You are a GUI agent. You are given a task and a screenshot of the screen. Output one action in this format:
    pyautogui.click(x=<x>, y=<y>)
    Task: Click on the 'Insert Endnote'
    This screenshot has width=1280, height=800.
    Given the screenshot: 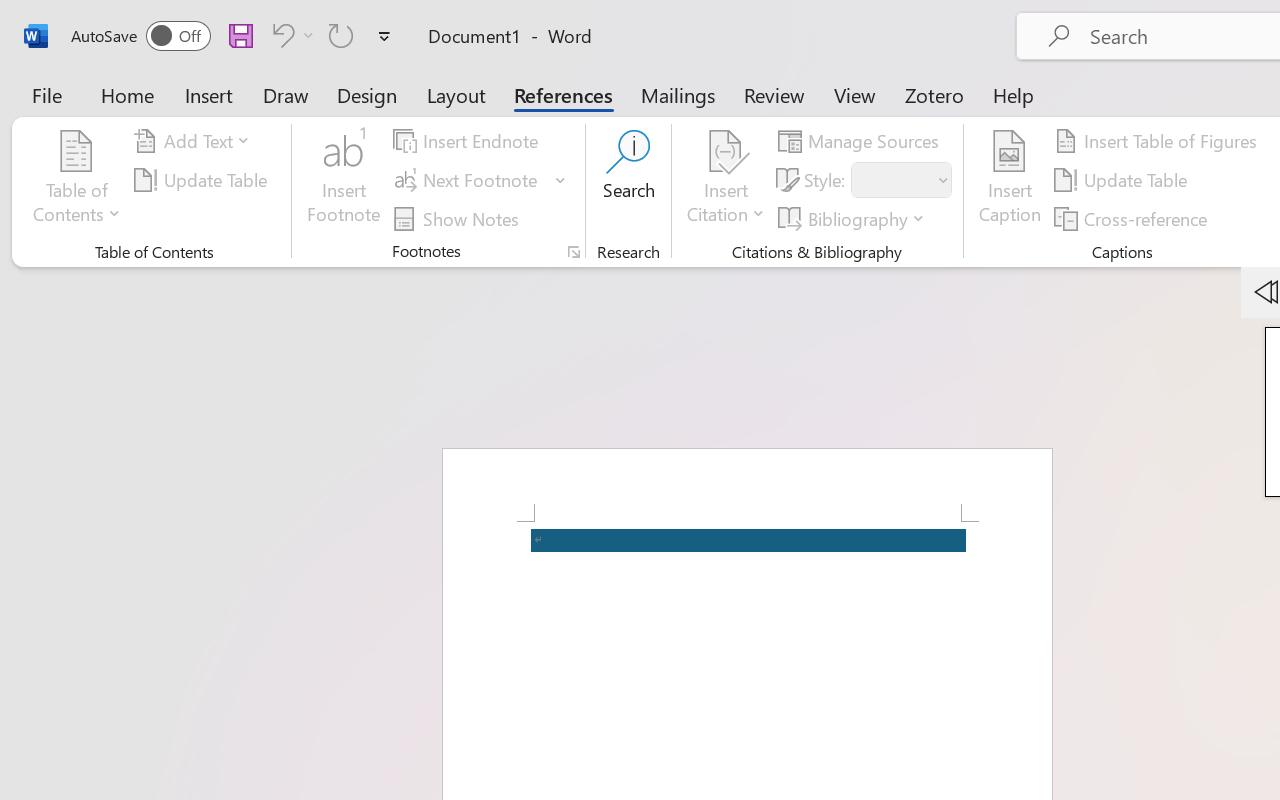 What is the action you would take?
    pyautogui.click(x=467, y=141)
    